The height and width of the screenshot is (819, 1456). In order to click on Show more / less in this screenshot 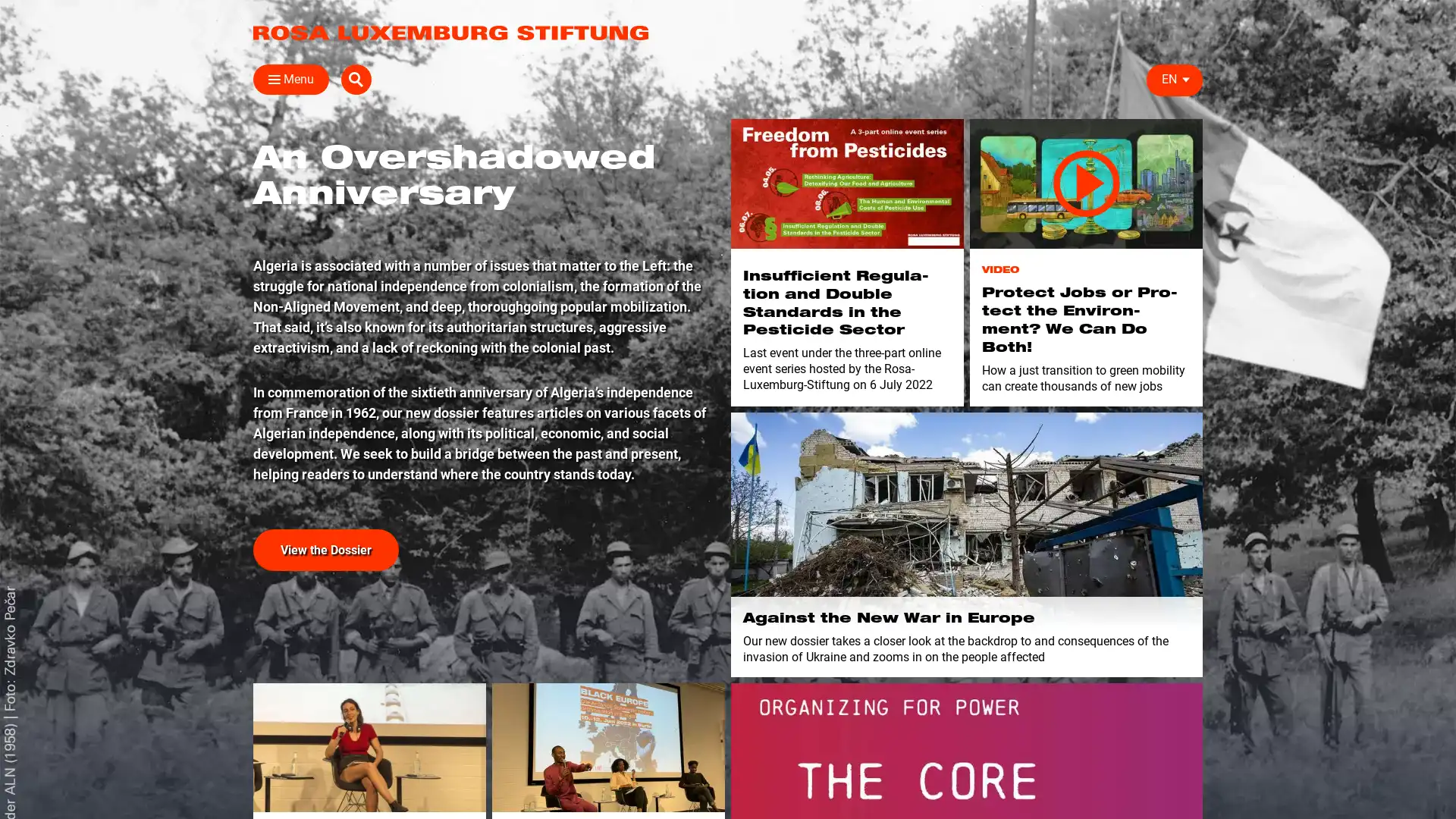, I will do `click(483, 203)`.